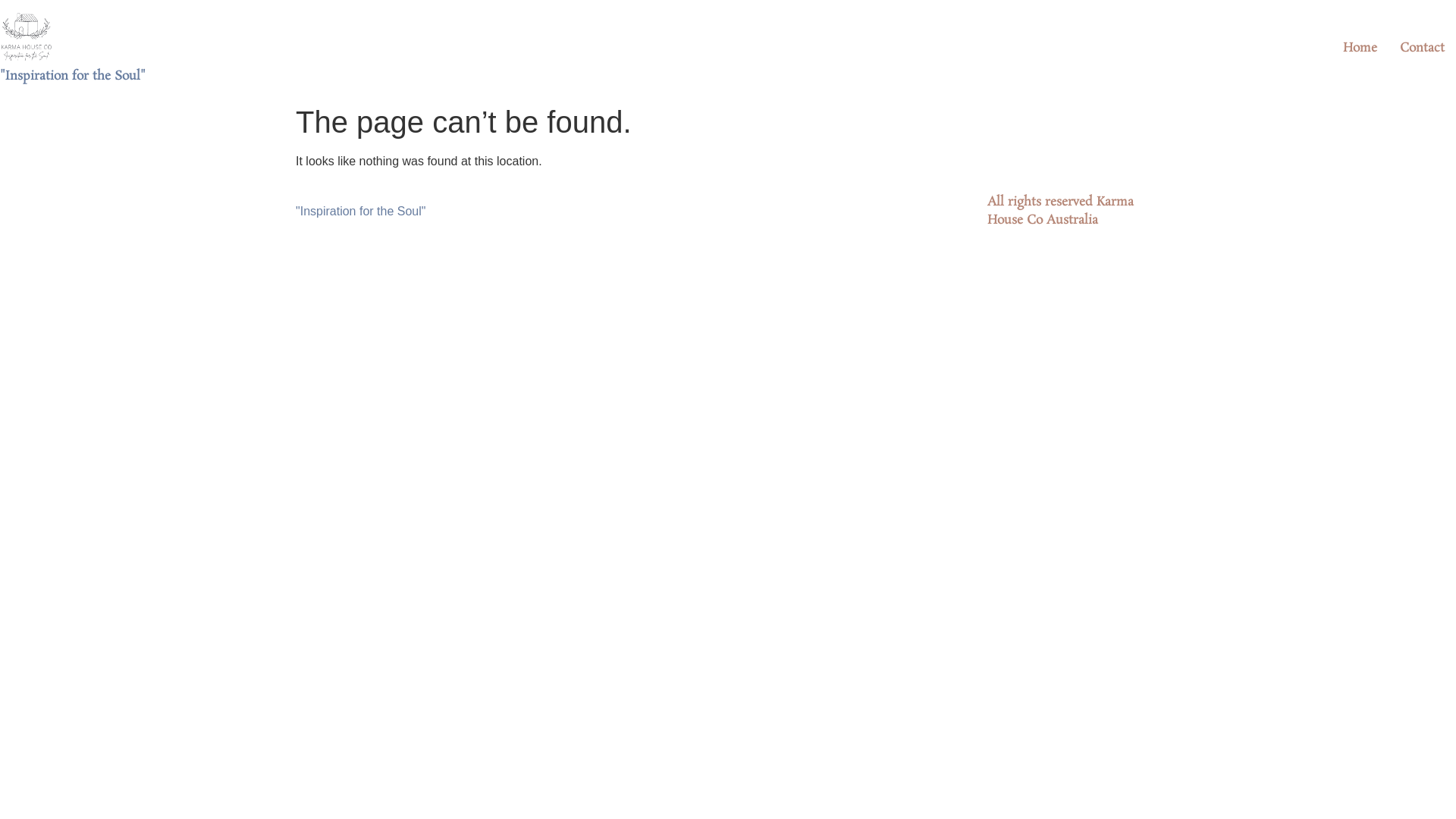 The height and width of the screenshot is (819, 1456). I want to click on 'Home', so click(1331, 48).